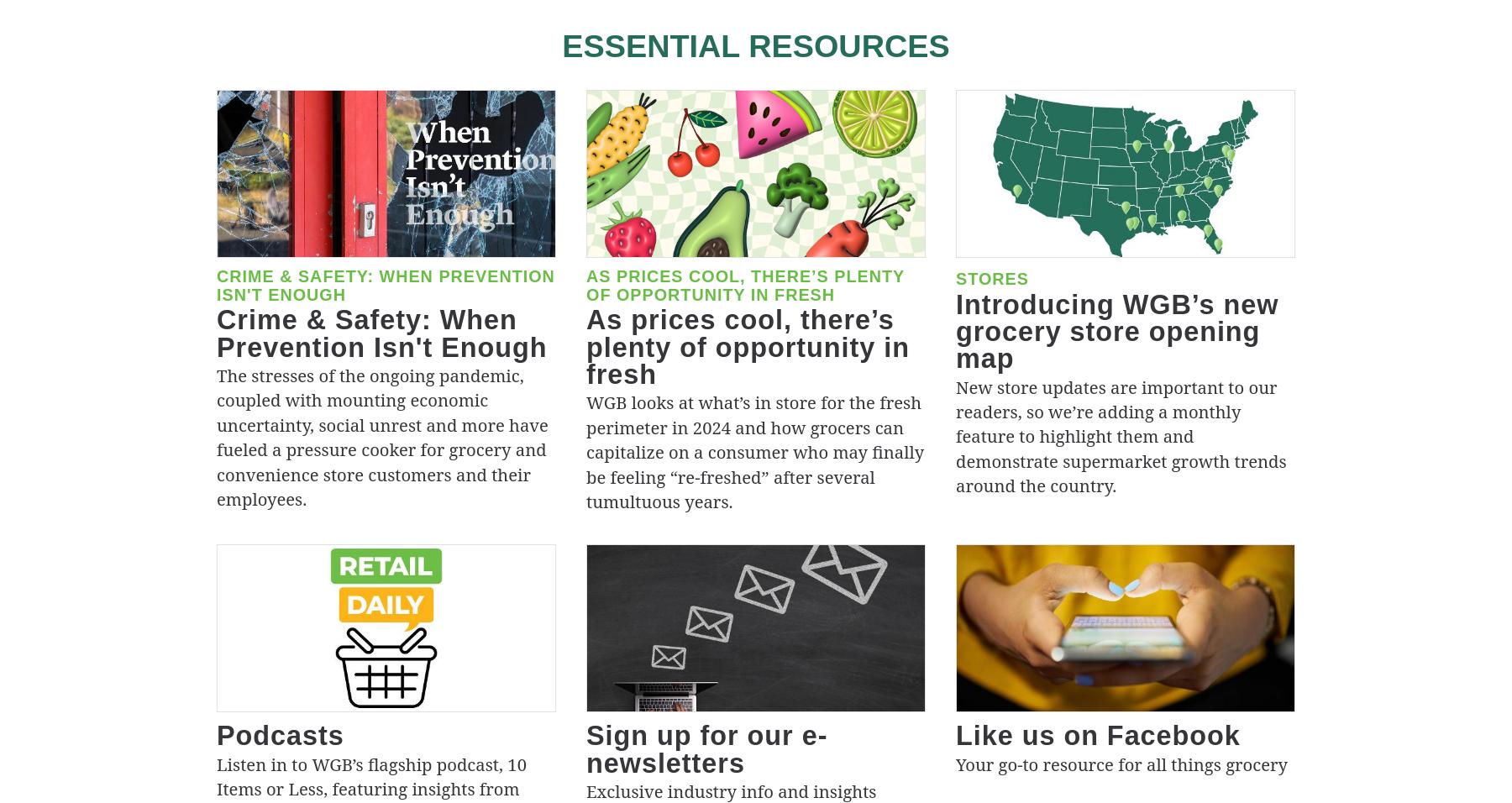 The image size is (1512, 803). I want to click on 'Stores', so click(990, 276).